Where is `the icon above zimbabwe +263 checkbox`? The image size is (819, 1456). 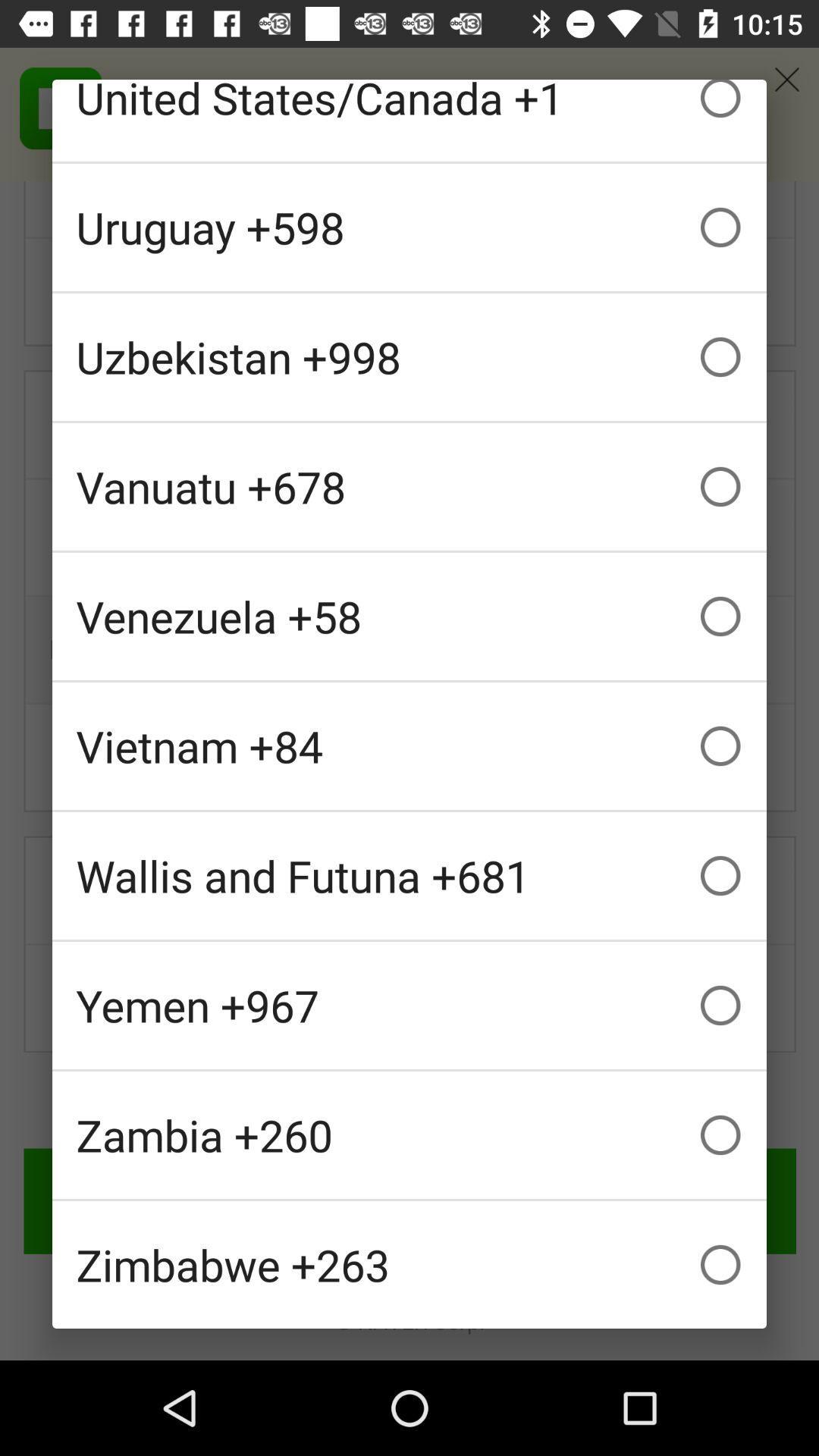
the icon above zimbabwe +263 checkbox is located at coordinates (409, 1135).